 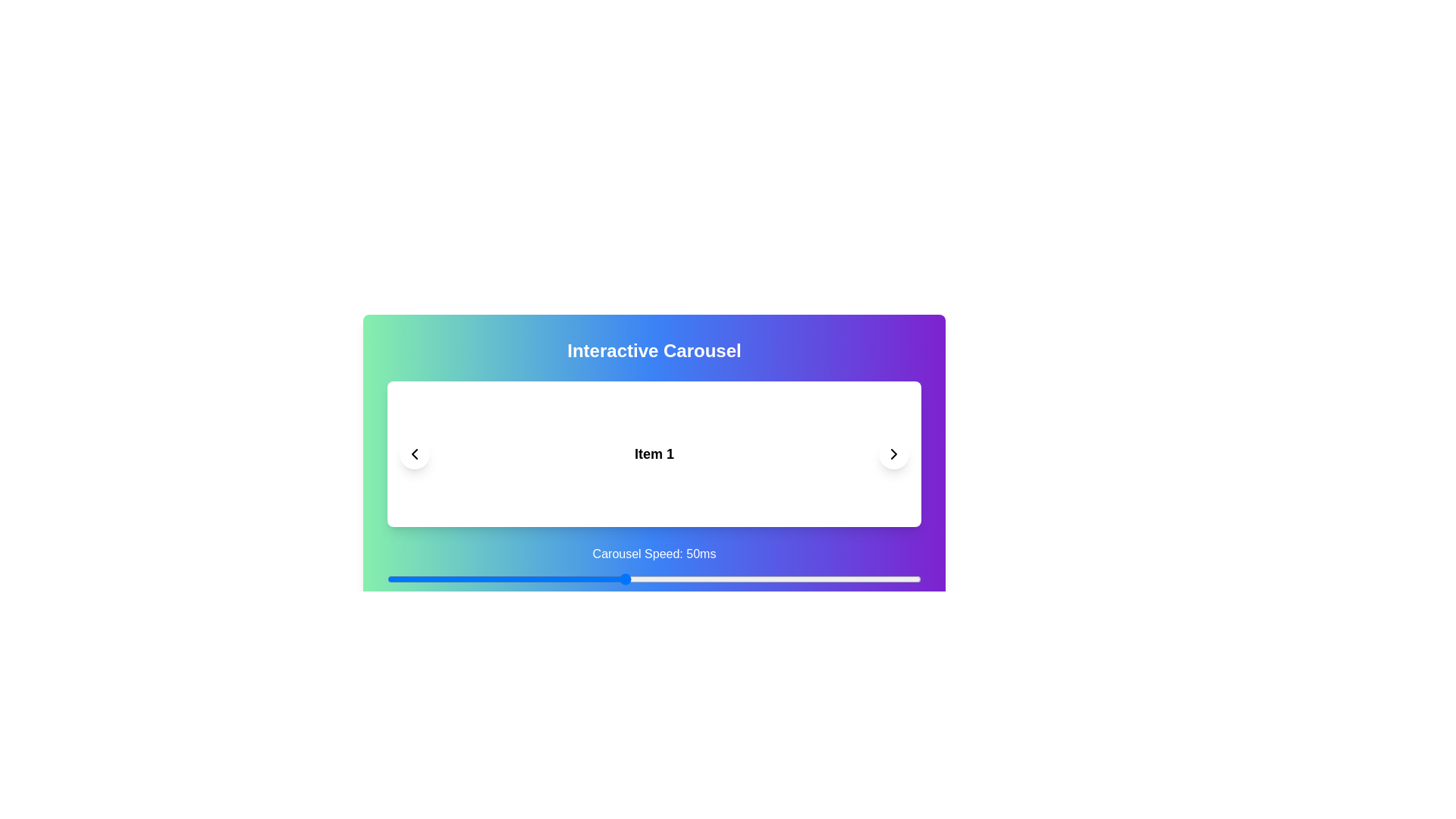 What do you see at coordinates (915, 579) in the screenshot?
I see `the carousel speed to 99 ms using the slider` at bounding box center [915, 579].